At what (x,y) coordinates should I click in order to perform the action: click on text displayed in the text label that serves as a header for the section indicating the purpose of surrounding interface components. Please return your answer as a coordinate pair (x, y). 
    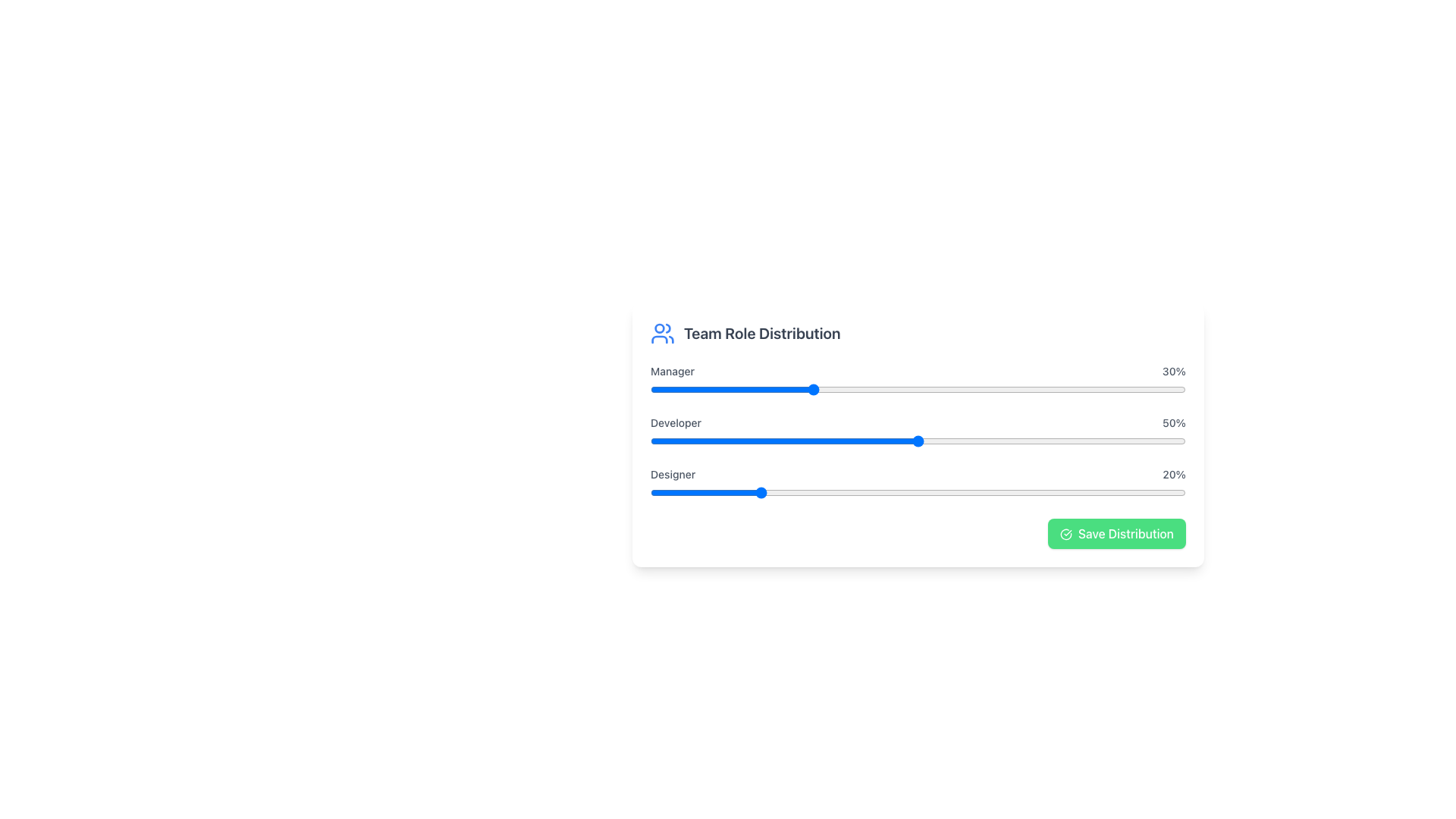
    Looking at the image, I should click on (762, 332).